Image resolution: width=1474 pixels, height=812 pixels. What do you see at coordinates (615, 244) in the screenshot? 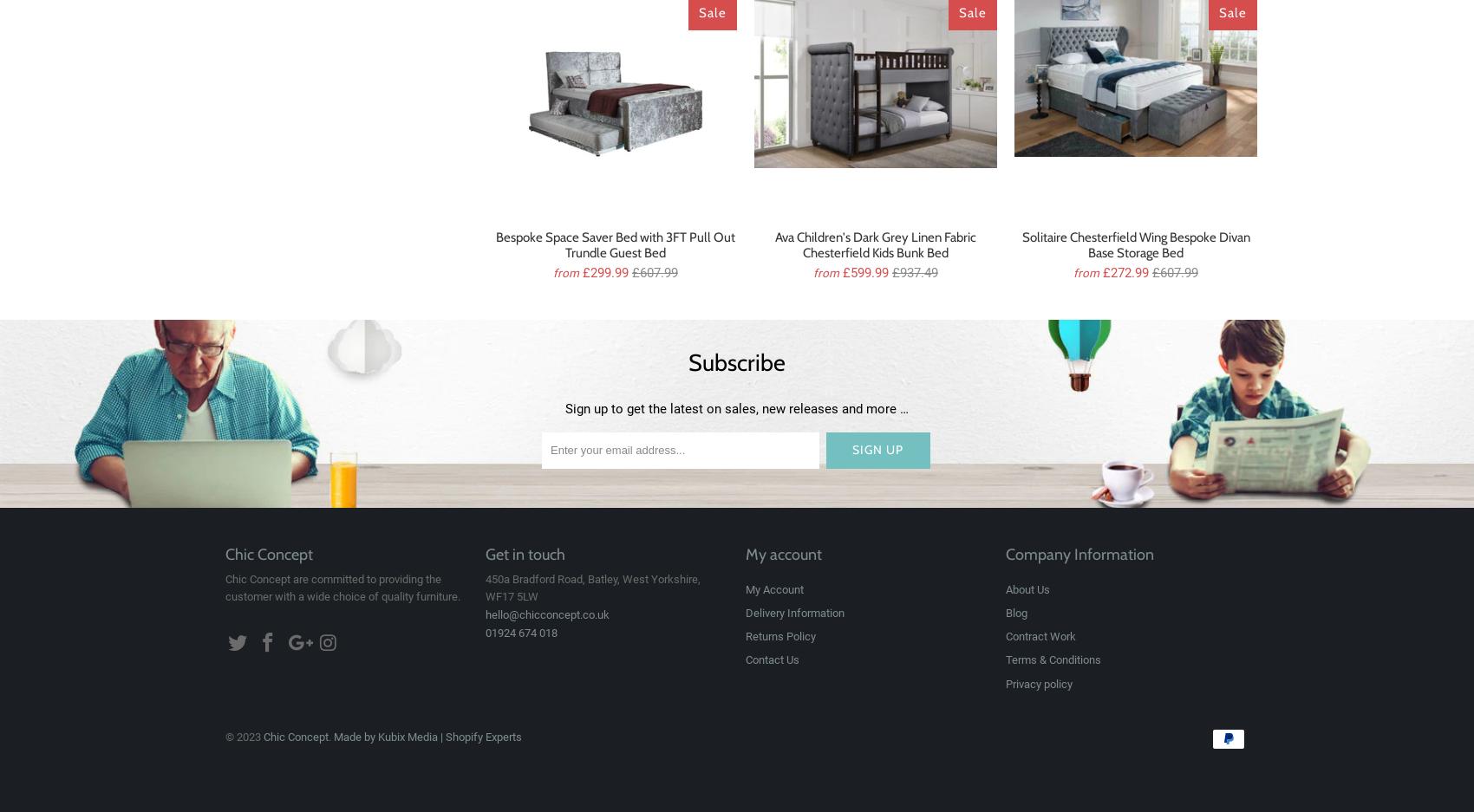
I see `'Bespoke Space Saver Bed with 3FT Pull Out Trundle Guest Bed'` at bounding box center [615, 244].